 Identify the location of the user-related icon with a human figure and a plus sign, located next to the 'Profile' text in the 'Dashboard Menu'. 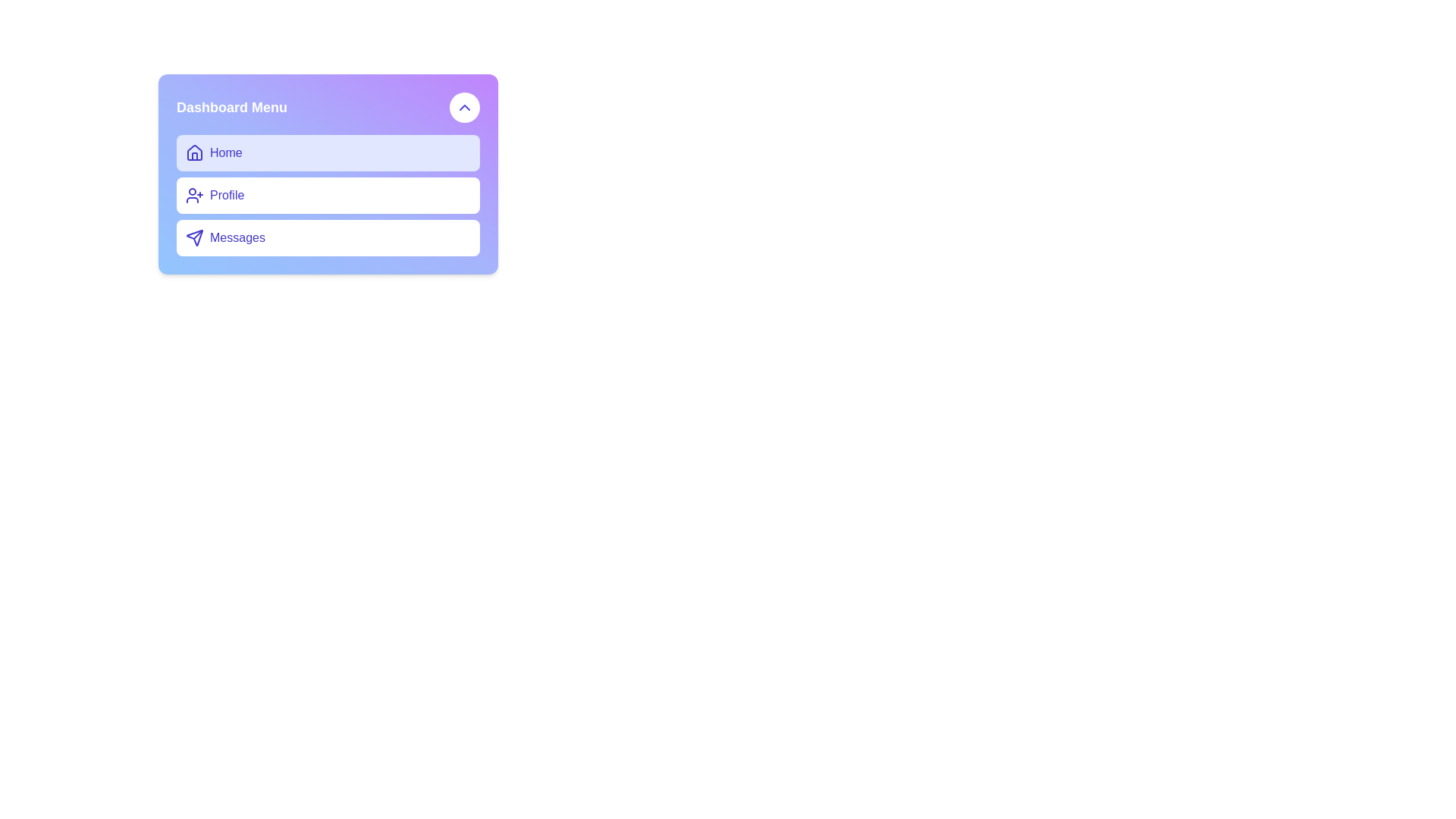
(194, 195).